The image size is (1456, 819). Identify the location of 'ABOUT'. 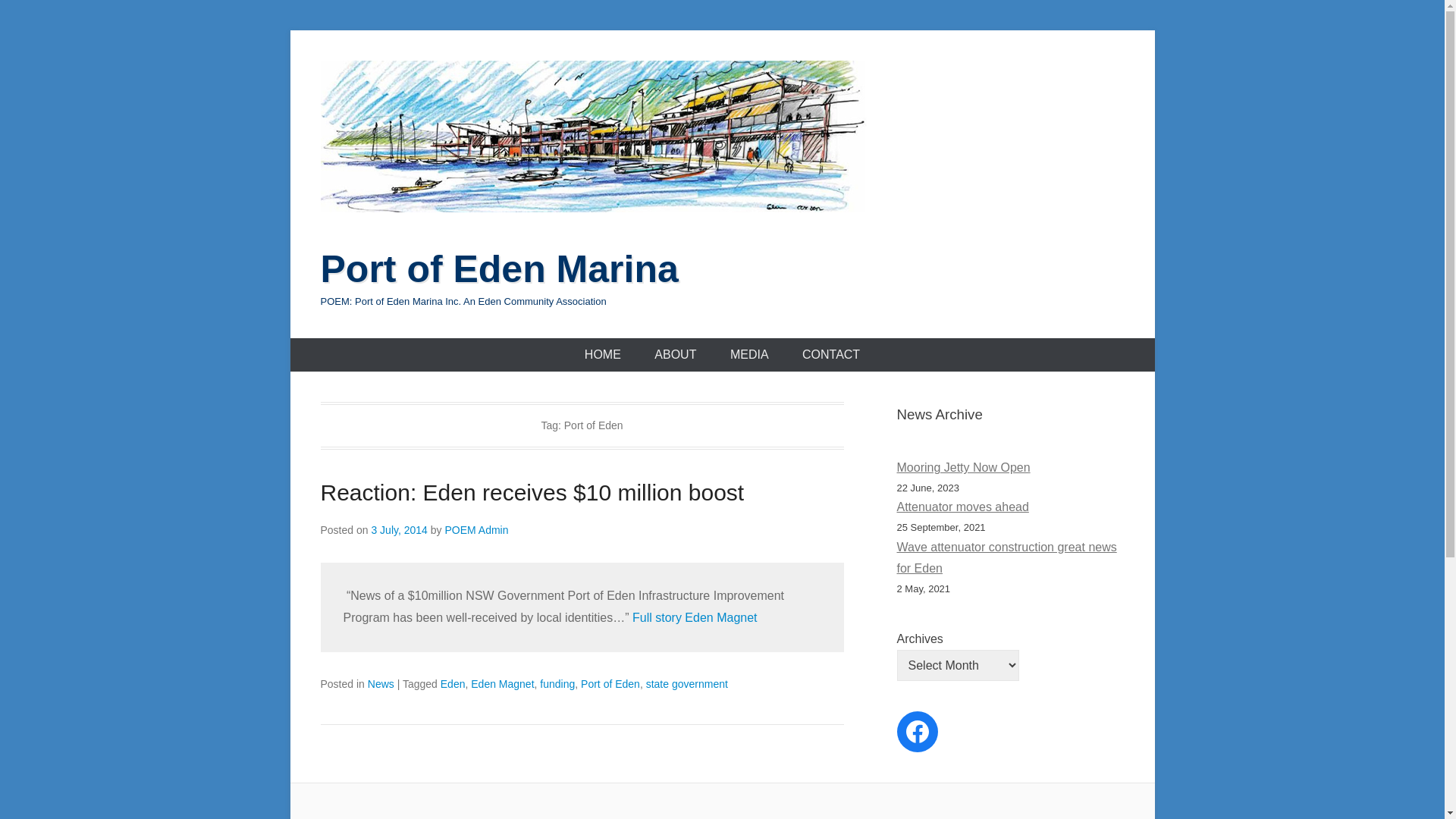
(674, 354).